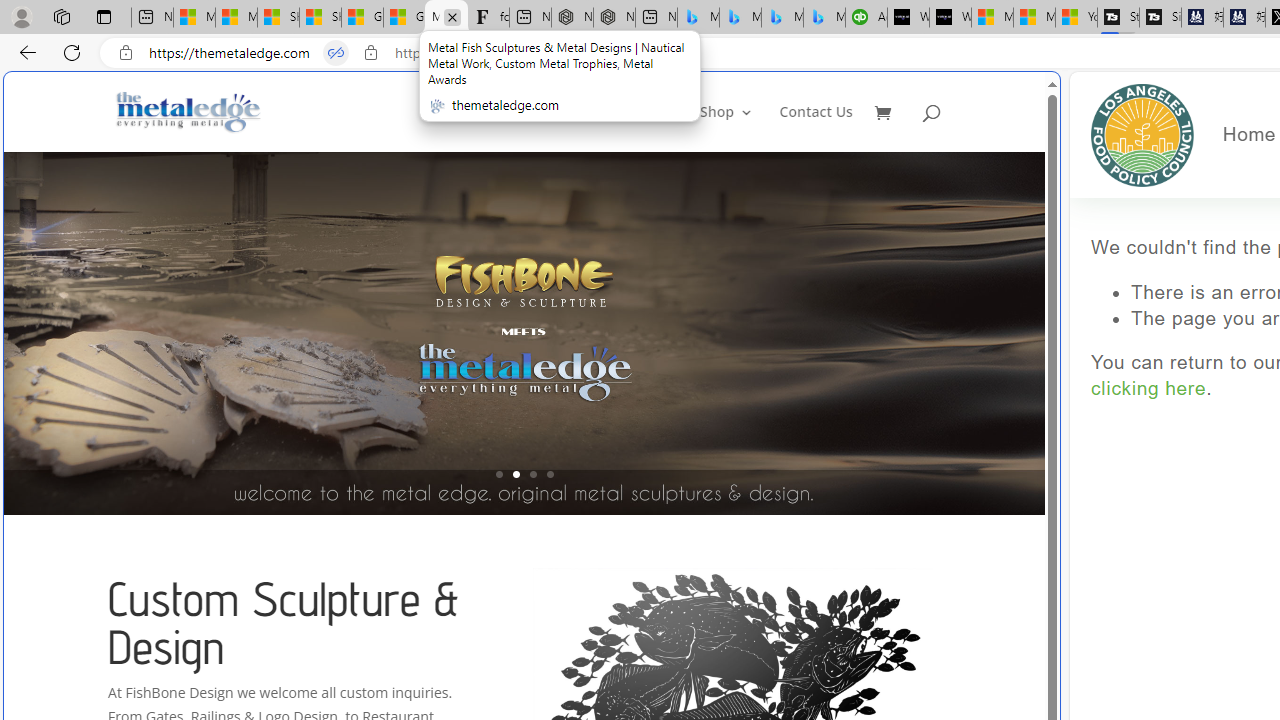  Describe the element at coordinates (533, 474) in the screenshot. I see `'3'` at that location.